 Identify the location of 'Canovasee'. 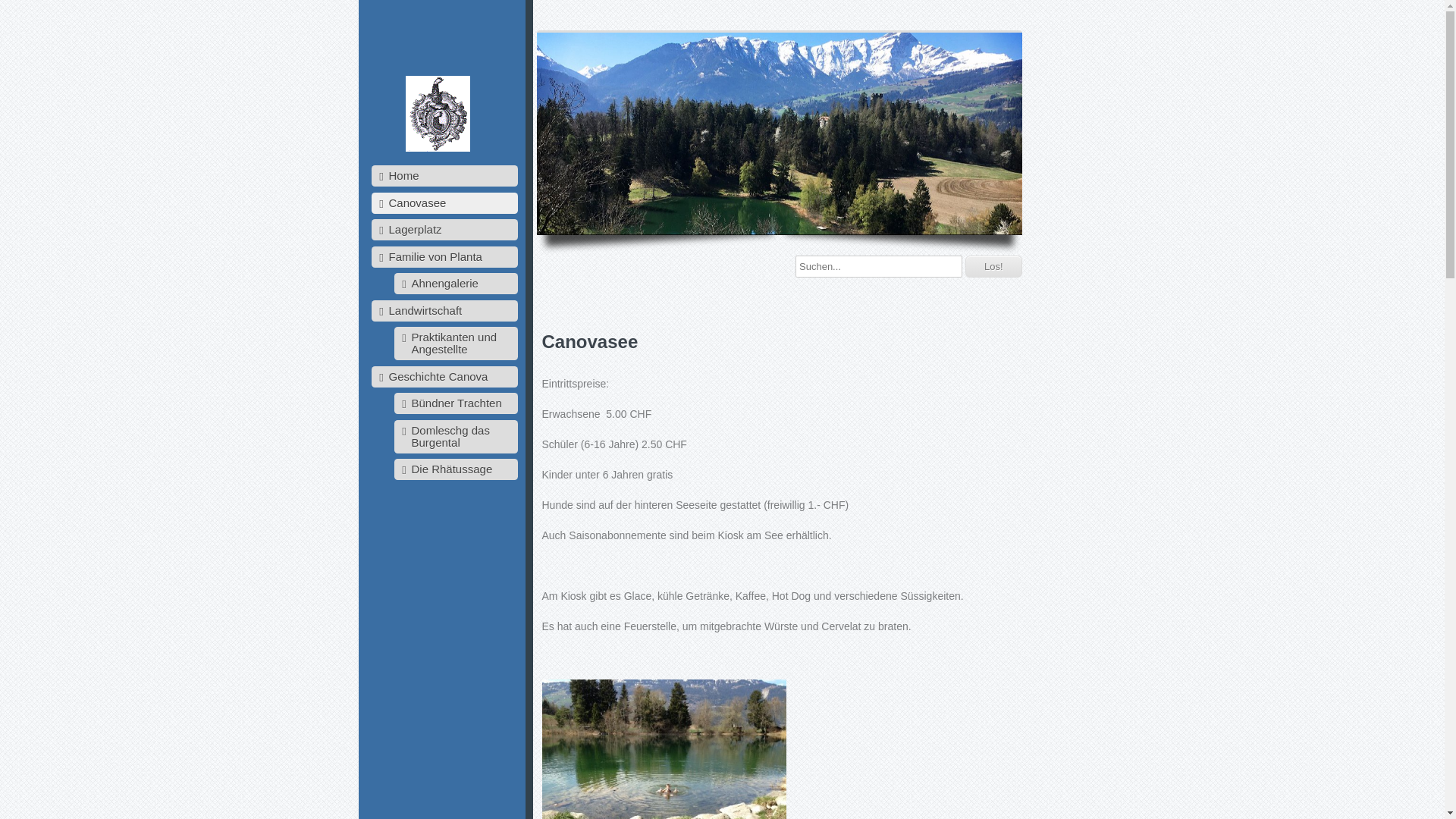
(444, 202).